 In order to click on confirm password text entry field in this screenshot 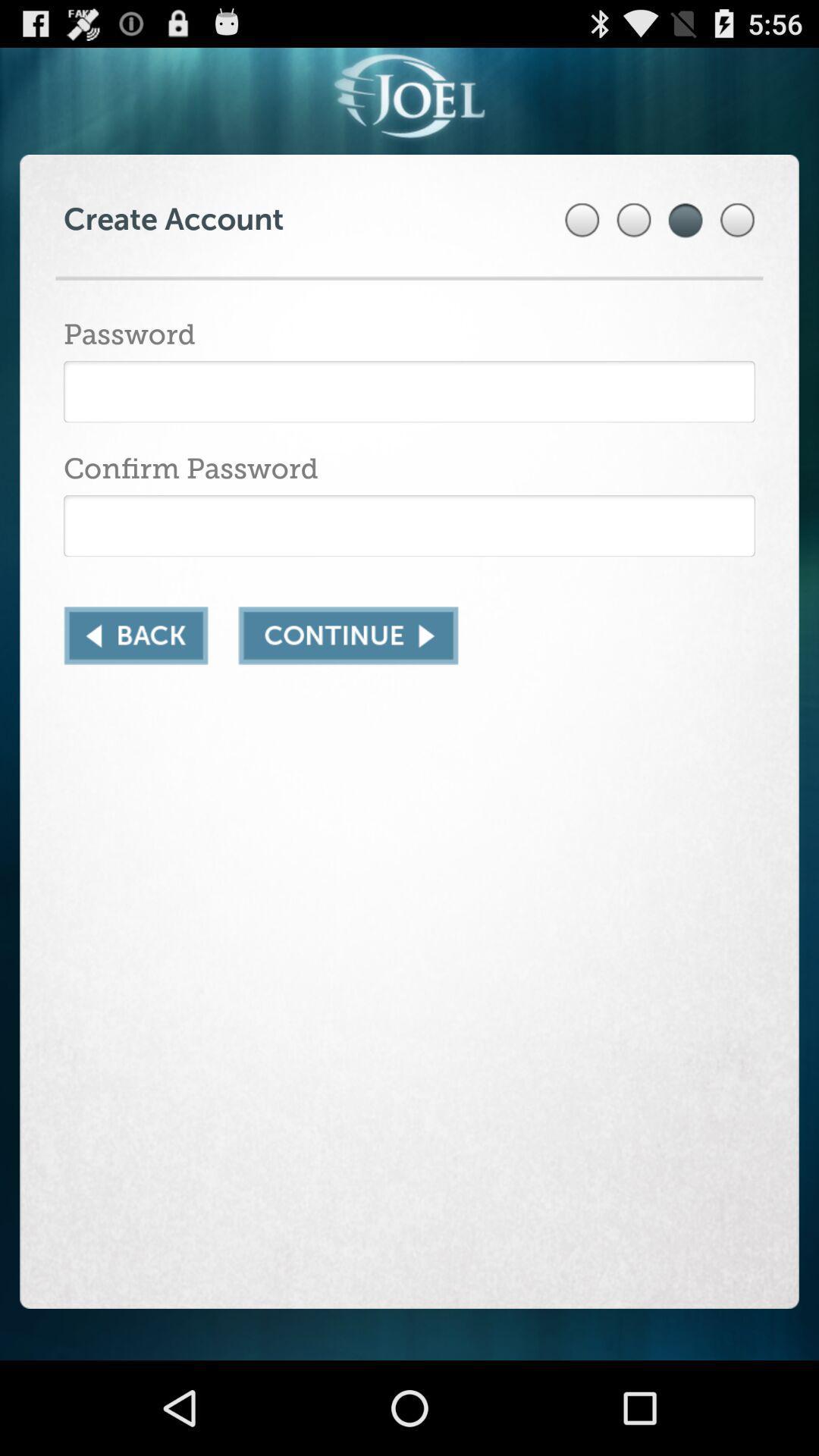, I will do `click(409, 526)`.